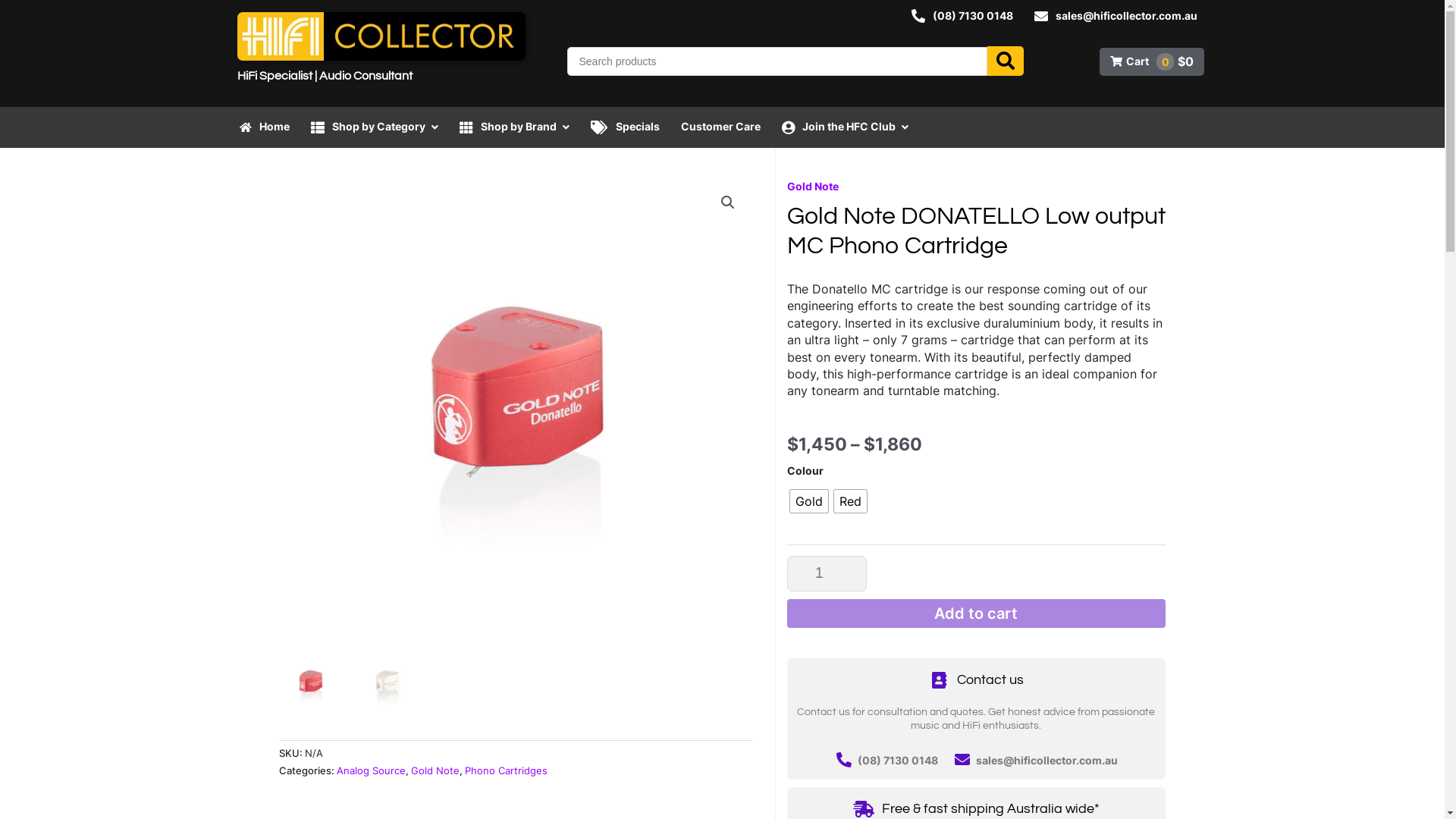 The width and height of the screenshot is (1456, 819). Describe the element at coordinates (720, 125) in the screenshot. I see `'Customer Care'` at that location.